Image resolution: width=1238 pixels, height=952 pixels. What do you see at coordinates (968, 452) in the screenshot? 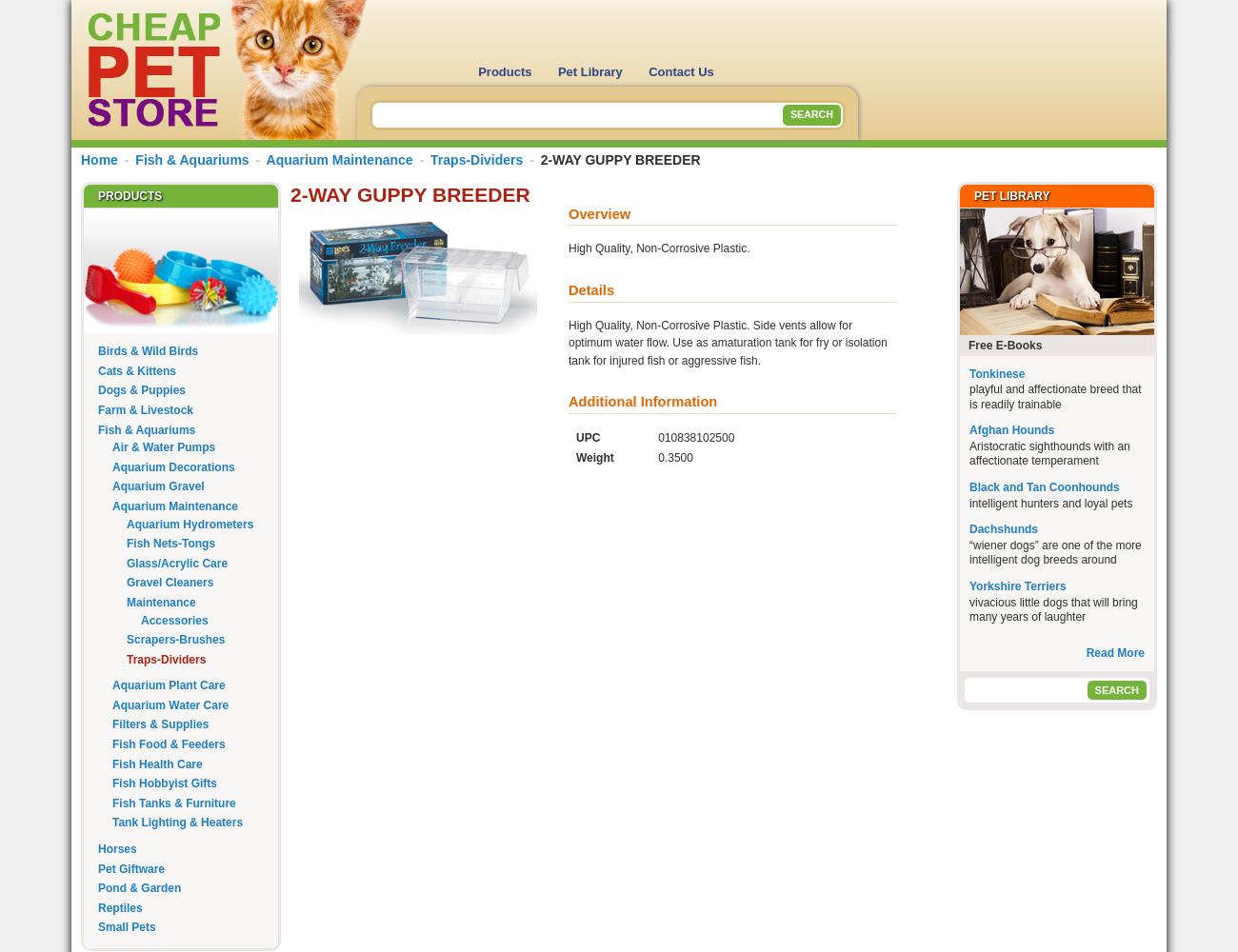
I see `'Aristocratic sighthounds with an affectionate temperament'` at bounding box center [968, 452].